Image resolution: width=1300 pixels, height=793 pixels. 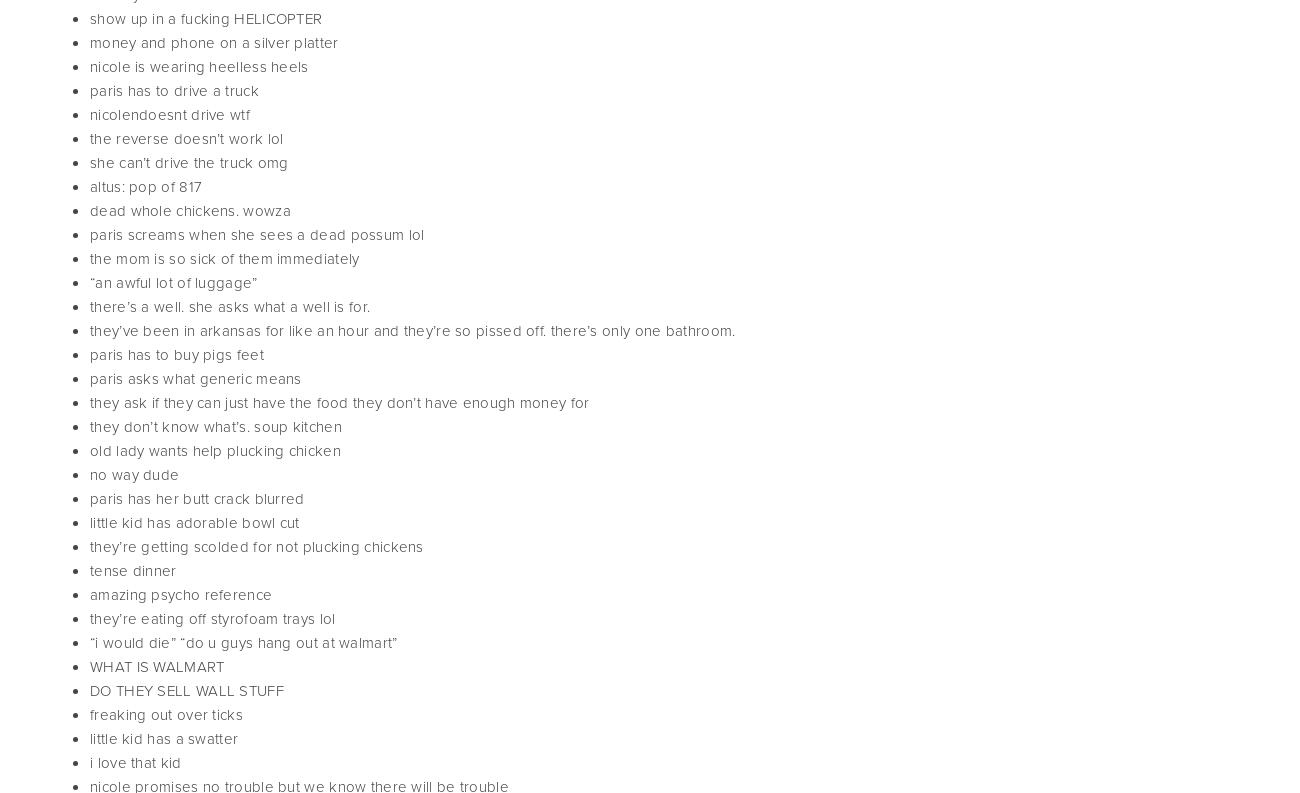 What do you see at coordinates (180, 594) in the screenshot?
I see `'amazing psycho reference'` at bounding box center [180, 594].